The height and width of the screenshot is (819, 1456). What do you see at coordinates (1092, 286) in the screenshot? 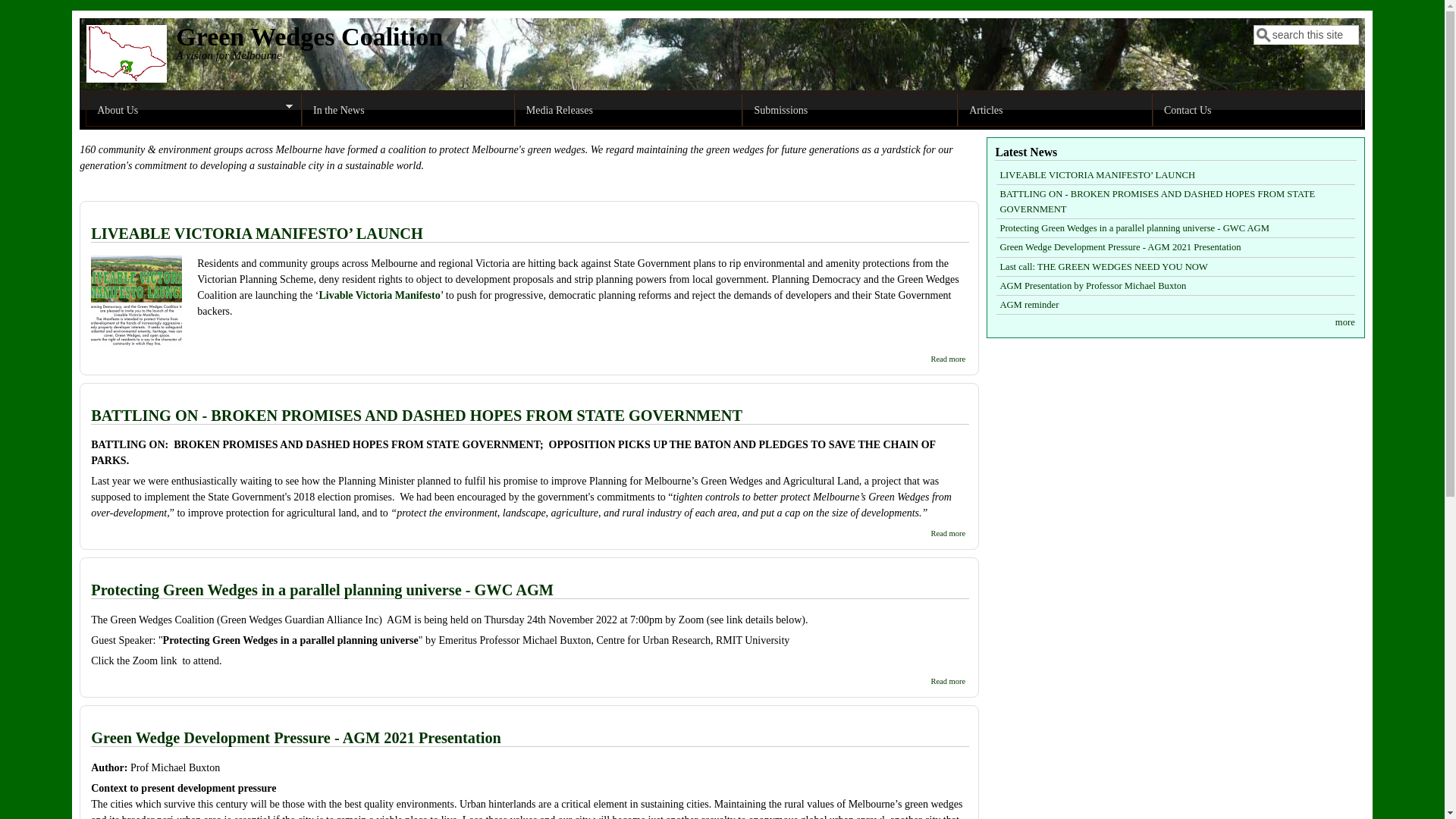
I see `'AGM Presentation by Professor Michael Buxton'` at bounding box center [1092, 286].